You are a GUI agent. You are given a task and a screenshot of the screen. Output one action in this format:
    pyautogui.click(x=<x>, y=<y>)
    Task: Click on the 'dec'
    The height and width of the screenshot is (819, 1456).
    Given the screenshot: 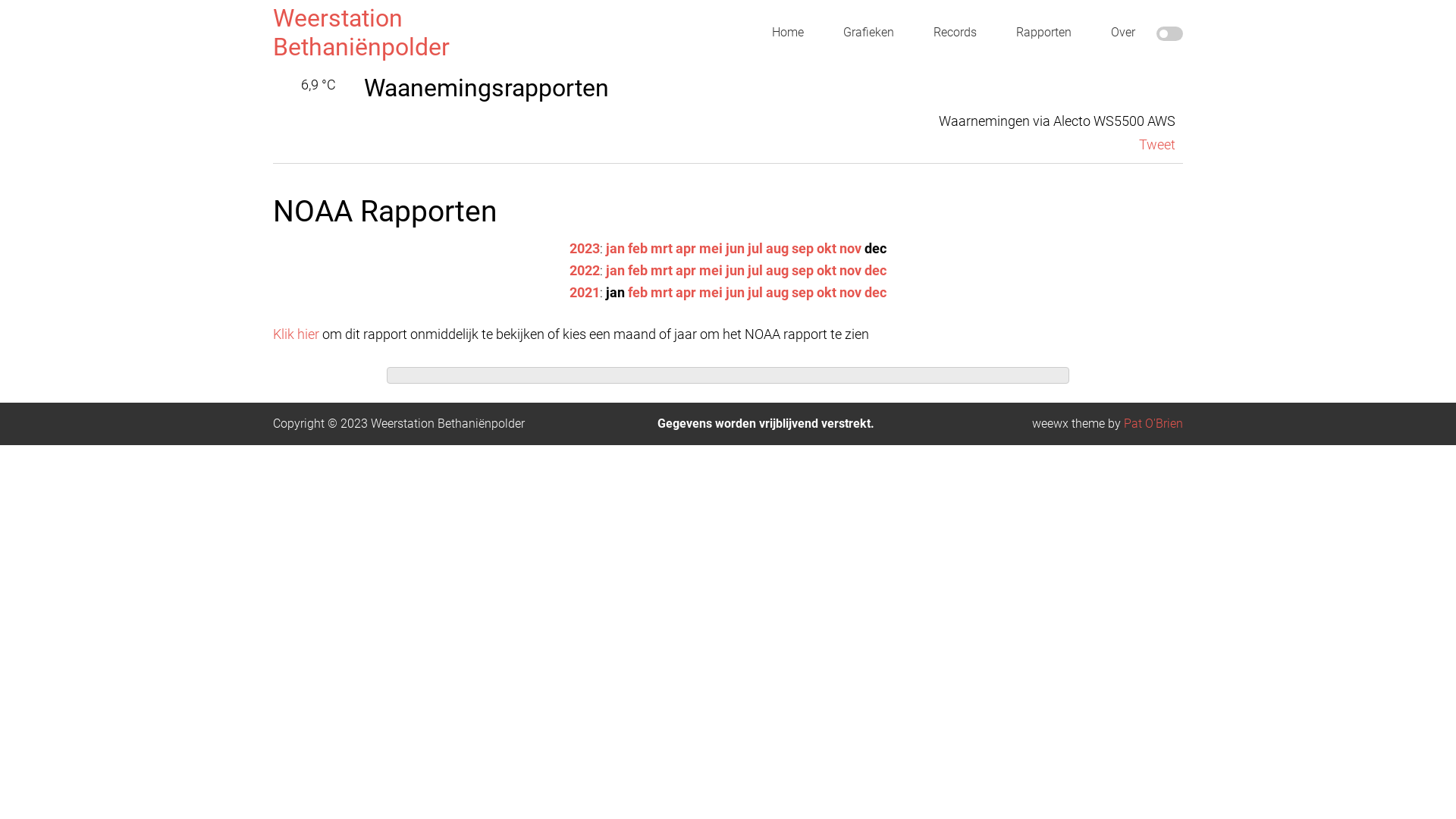 What is the action you would take?
    pyautogui.click(x=875, y=269)
    